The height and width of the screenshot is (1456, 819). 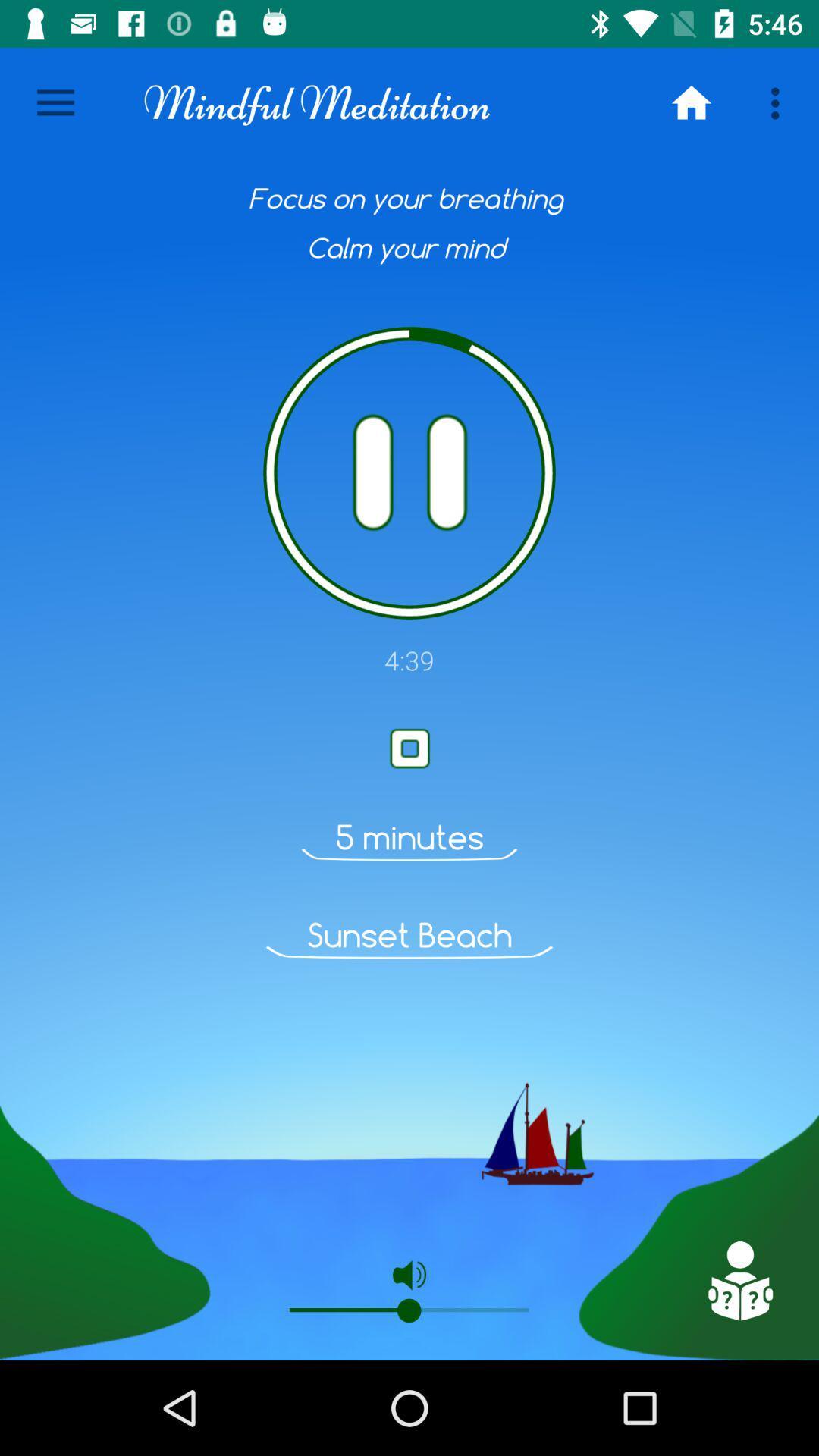 I want to click on stop, so click(x=409, y=748).